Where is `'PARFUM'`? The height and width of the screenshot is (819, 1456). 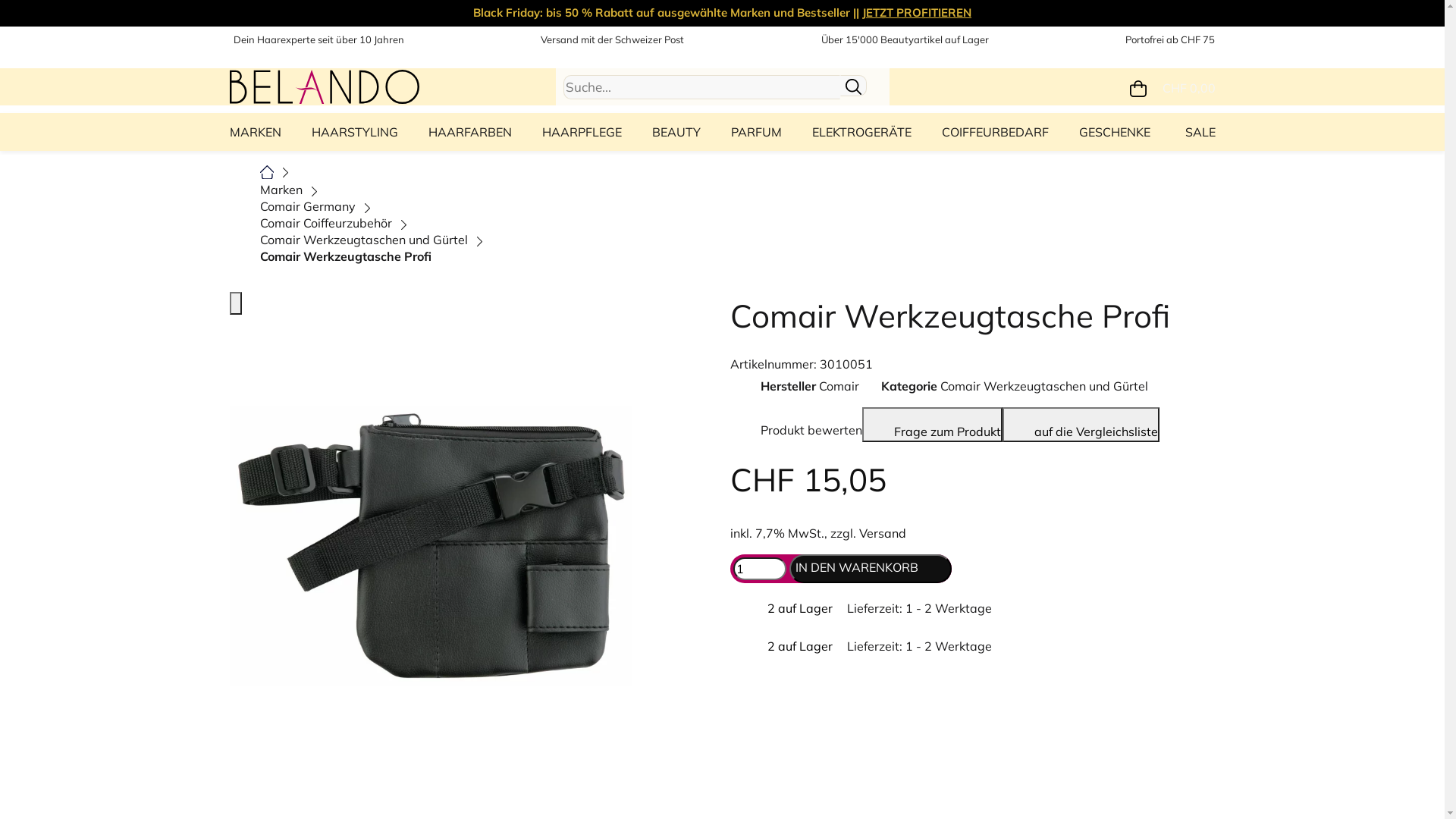
'PARFUM' is located at coordinates (756, 130).